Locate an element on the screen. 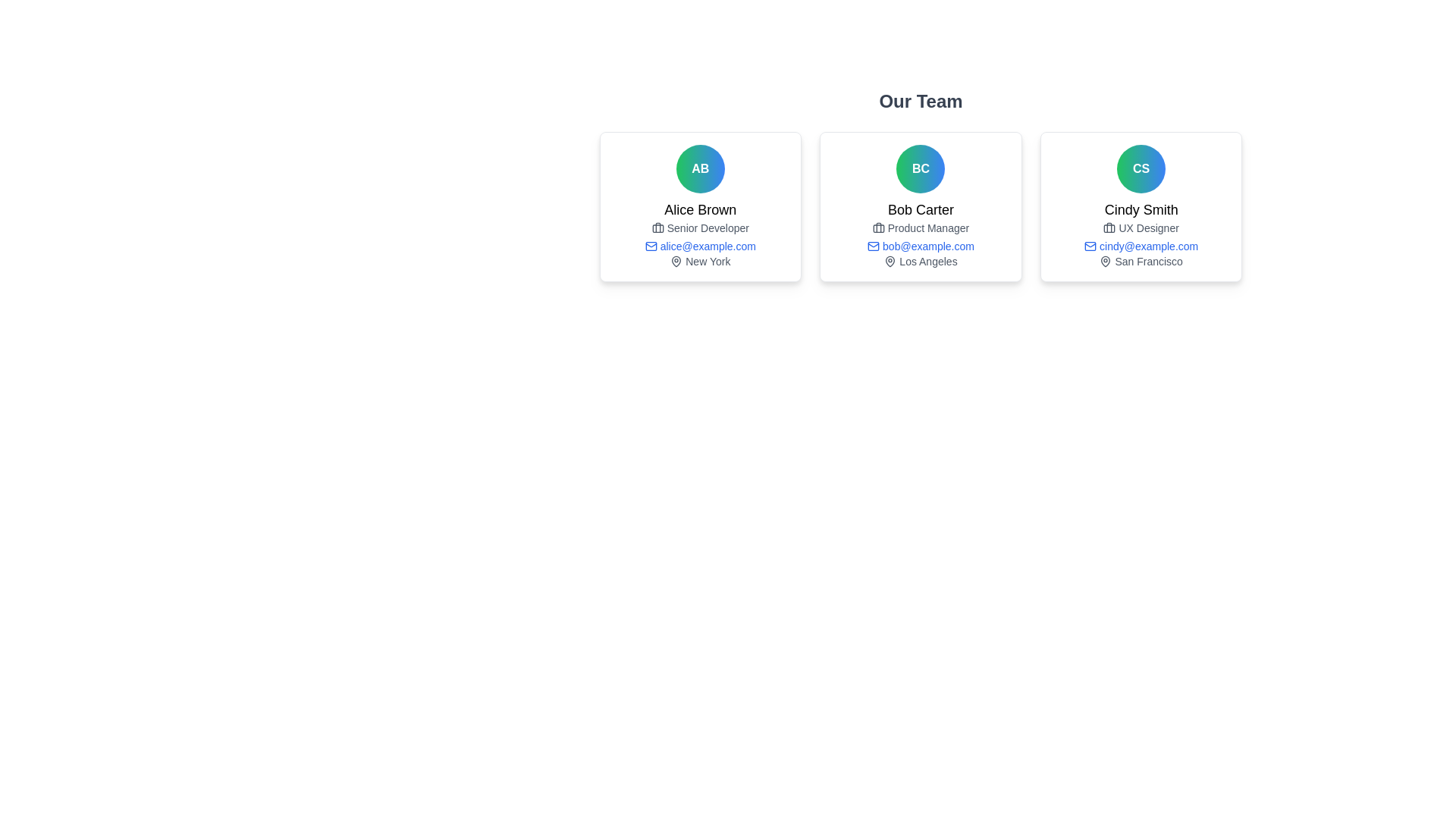 The height and width of the screenshot is (819, 1456). the briefcase icon component located in the middle card labeled 'Bob Carter', which is a rectangular shape with rounded corners, styled with a white fill and a black border is located at coordinates (878, 228).